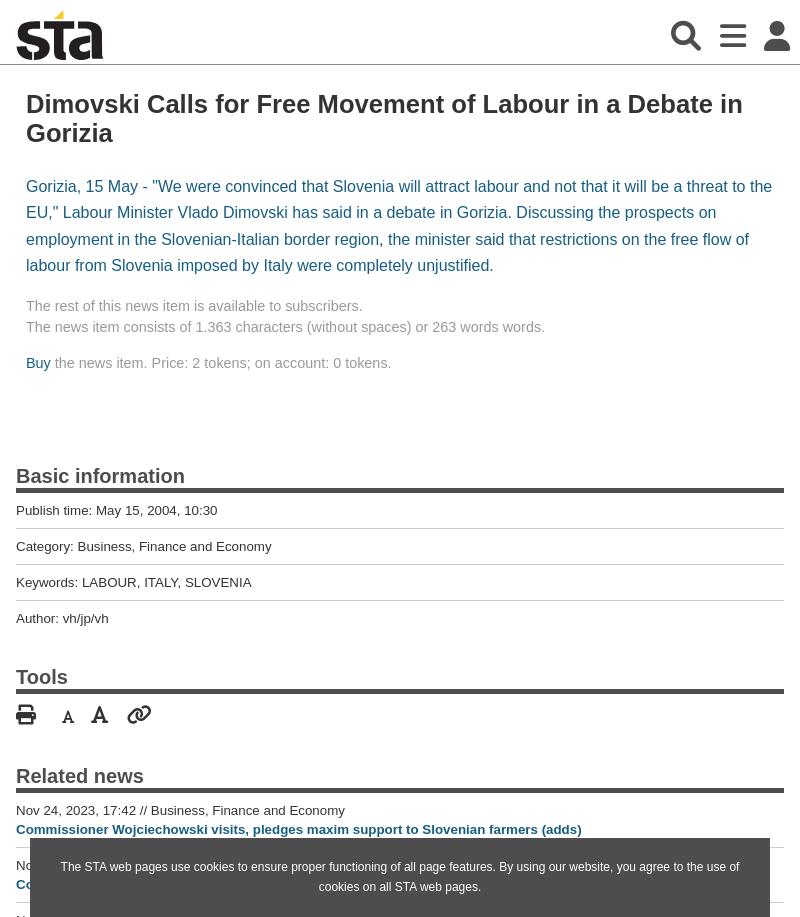 The image size is (800, 917). I want to click on 'Related news', so click(16, 773).